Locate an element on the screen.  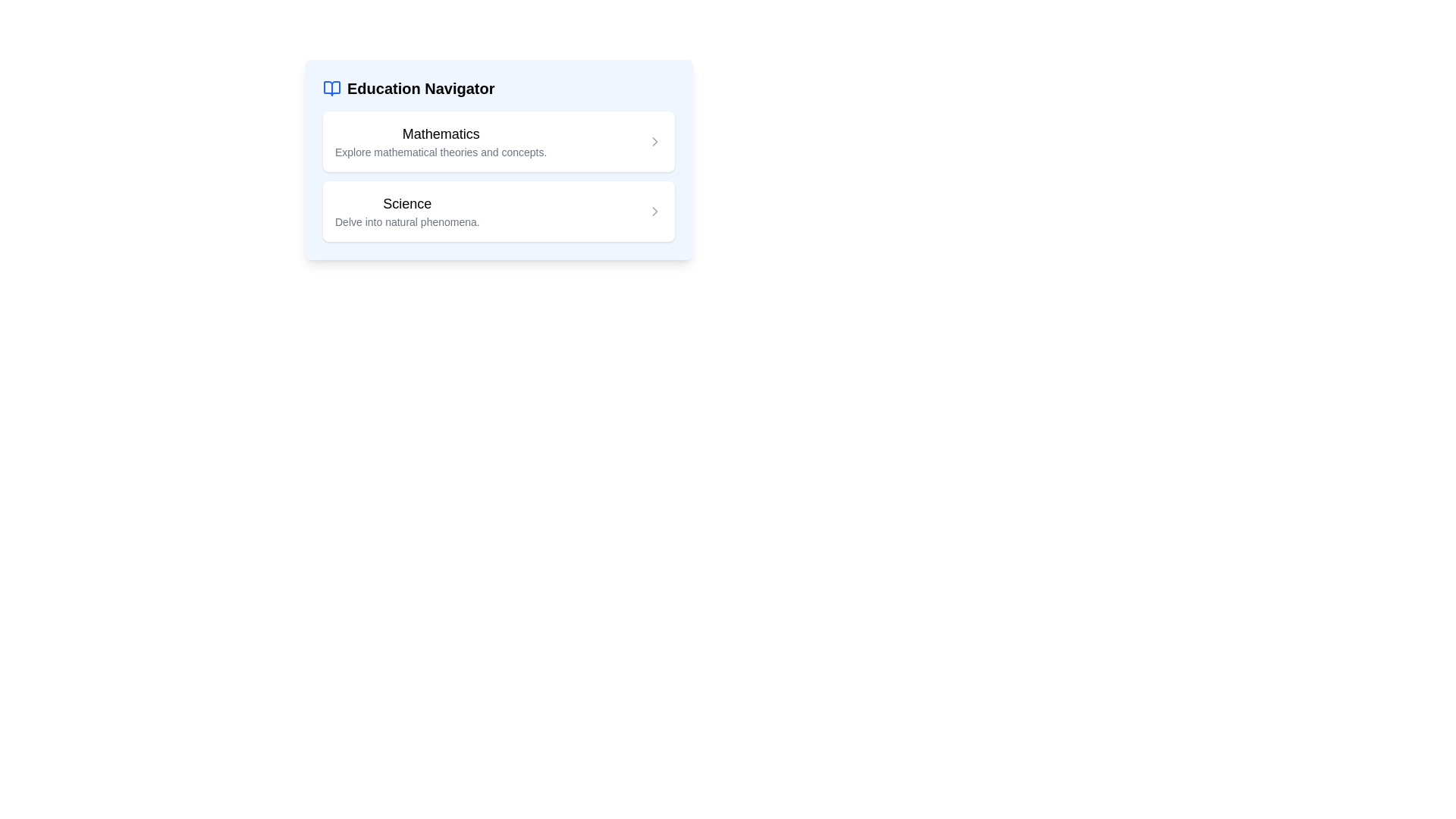
the composite text display element that represents the 'Science' category in the Education Navigator interface, located below 'Mathematics' is located at coordinates (407, 211).